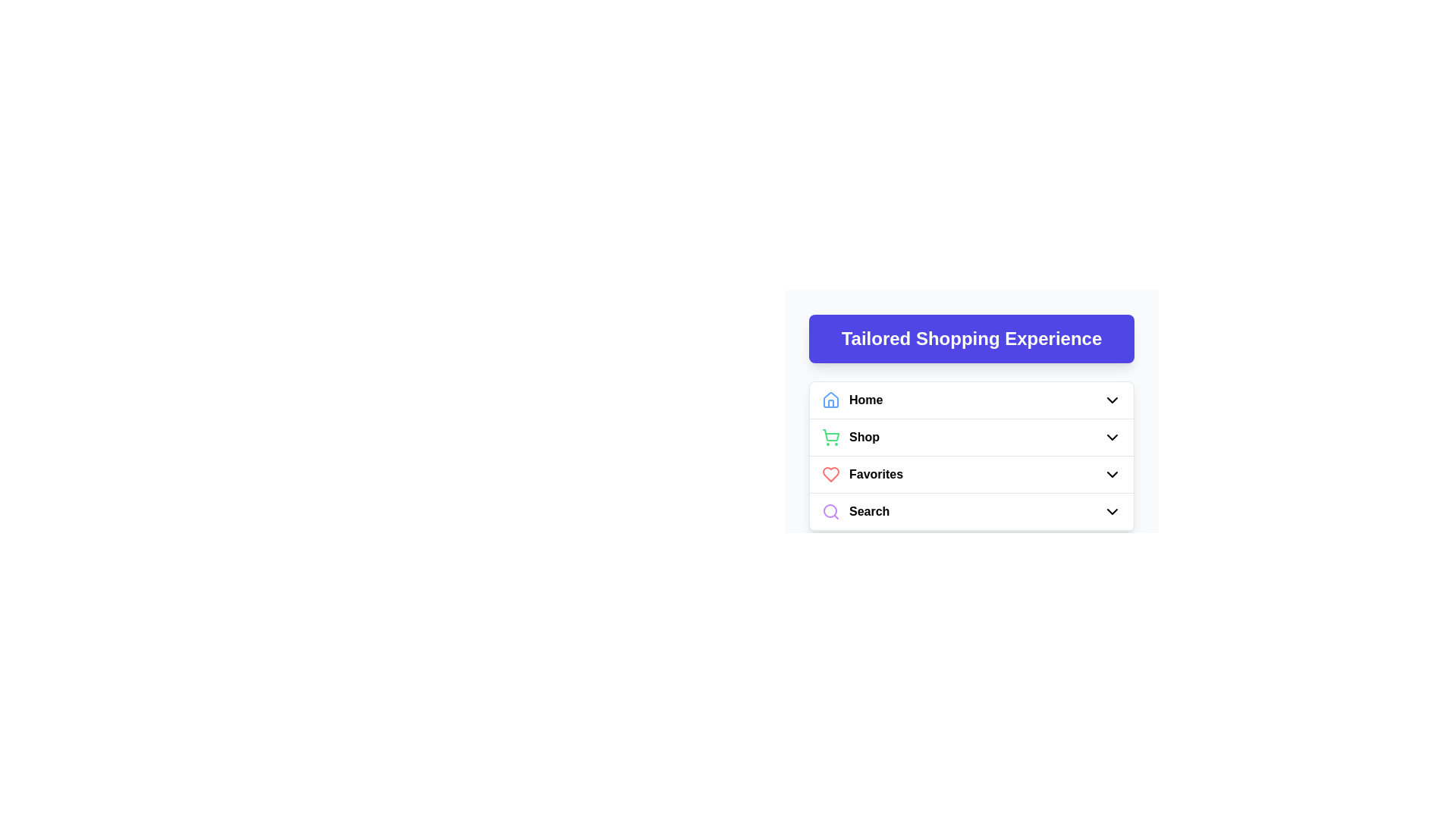 The width and height of the screenshot is (1456, 819). Describe the element at coordinates (855, 512) in the screenshot. I see `the 'Search' menu item located under the 'Tailored Shopping Experience' section, which is the fourth item in the list, to observe potential hover effects` at that location.